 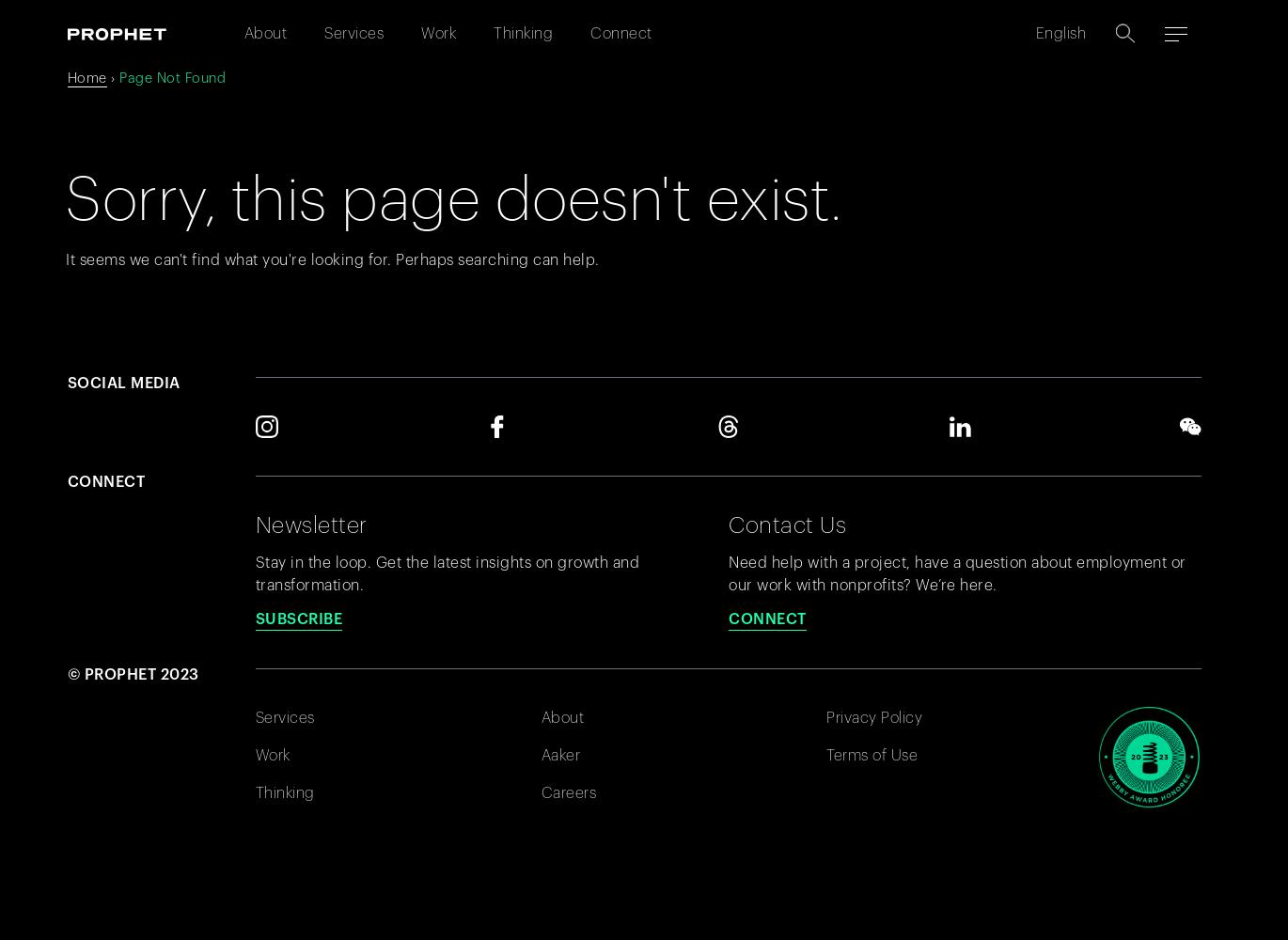 I want to click on 'Need help with a project, have a question about employment or our work with nonprofits? We’re here.', so click(x=957, y=572).